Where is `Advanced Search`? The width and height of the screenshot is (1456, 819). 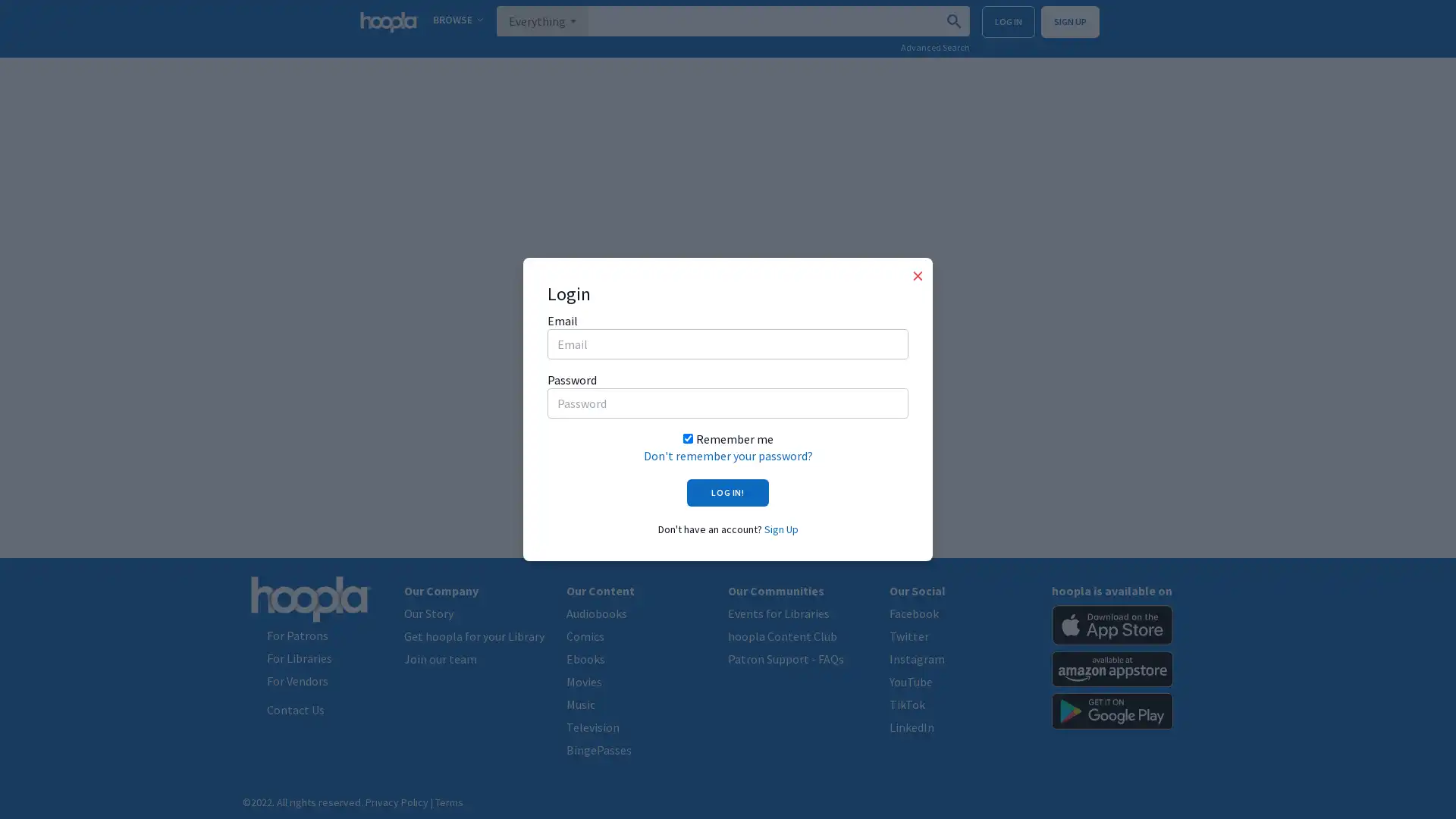
Advanced Search is located at coordinates (934, 46).